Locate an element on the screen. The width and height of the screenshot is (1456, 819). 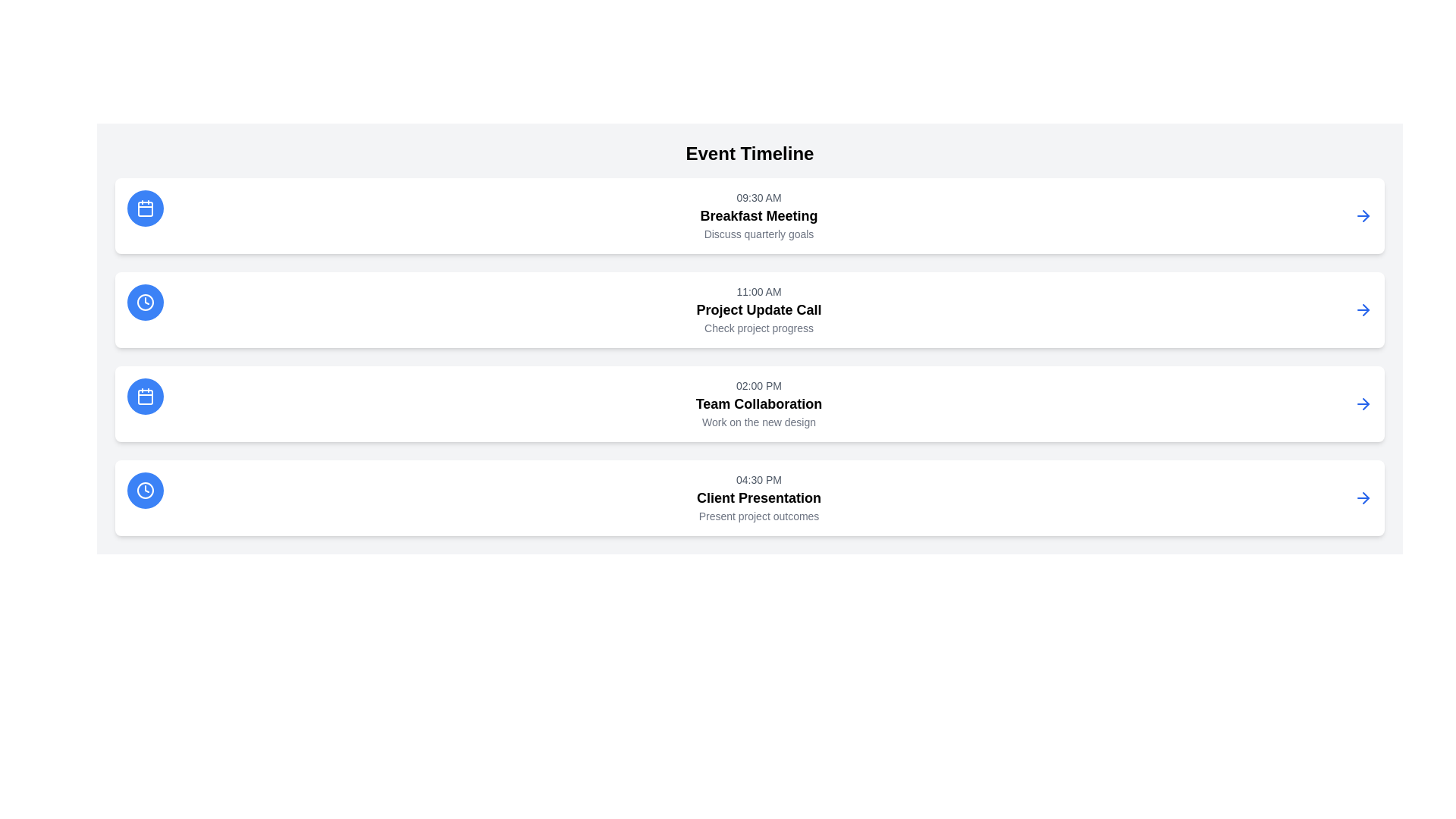
the 'Breakfast Meeting' header text element, which is bold and larger than surrounding text, positioned between the '09:30 AM' timestamp and 'Discuss quarterly goals' subtitle is located at coordinates (759, 216).